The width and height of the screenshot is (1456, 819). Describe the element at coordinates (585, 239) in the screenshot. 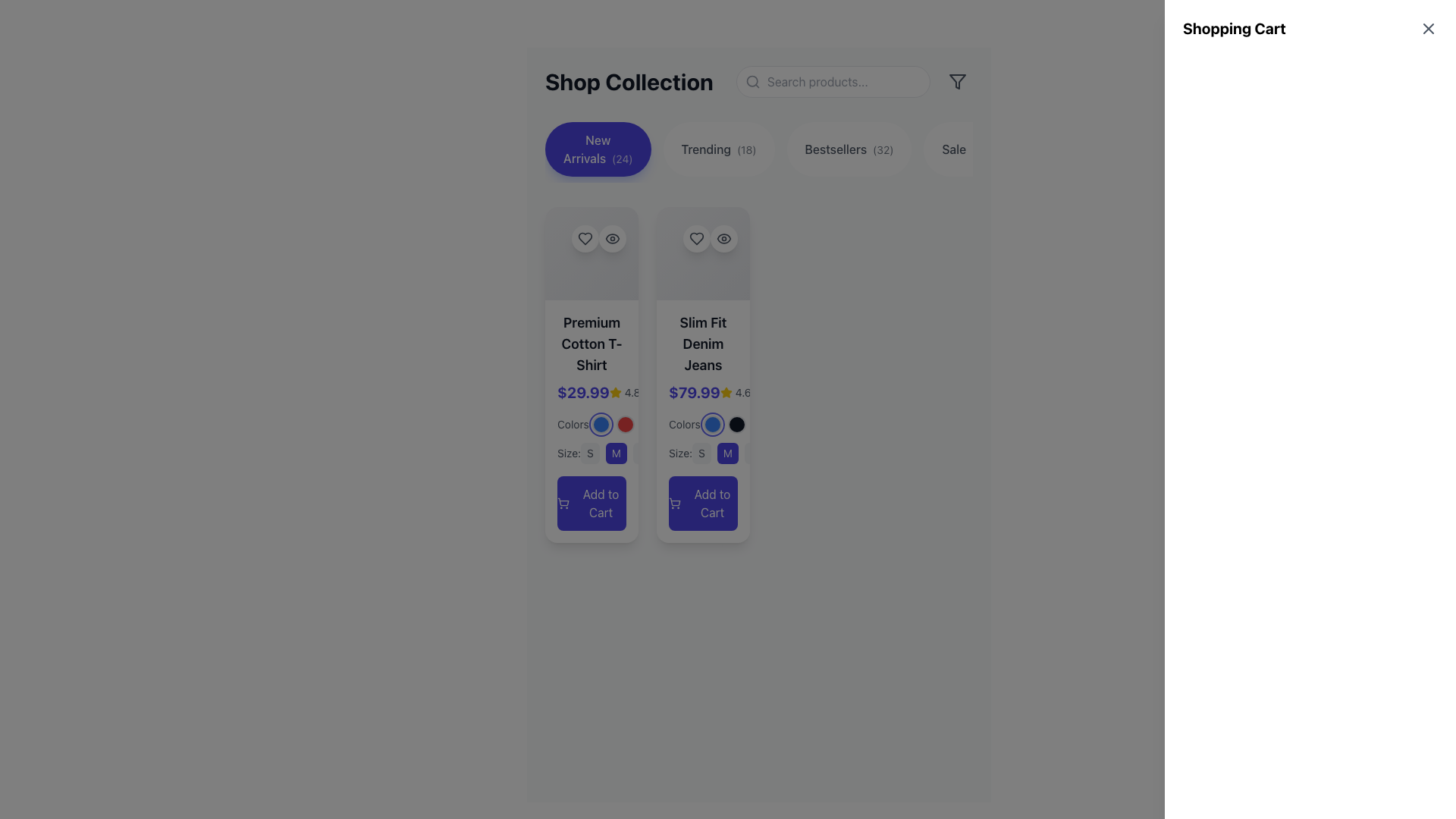

I see `the heart-shaped icon representing the favorite or wishlist function` at that location.